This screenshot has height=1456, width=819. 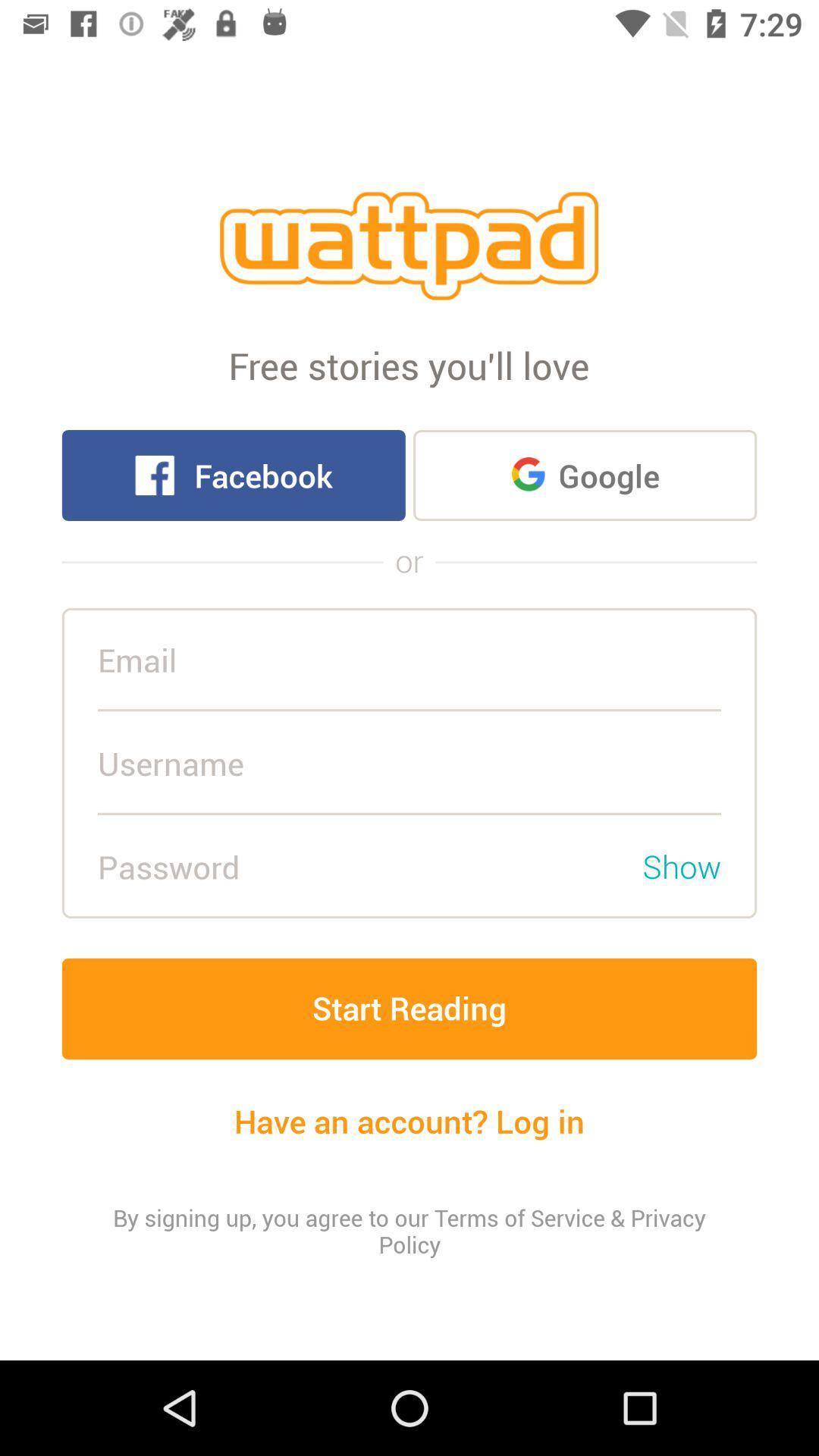 I want to click on the email field, so click(x=409, y=660).